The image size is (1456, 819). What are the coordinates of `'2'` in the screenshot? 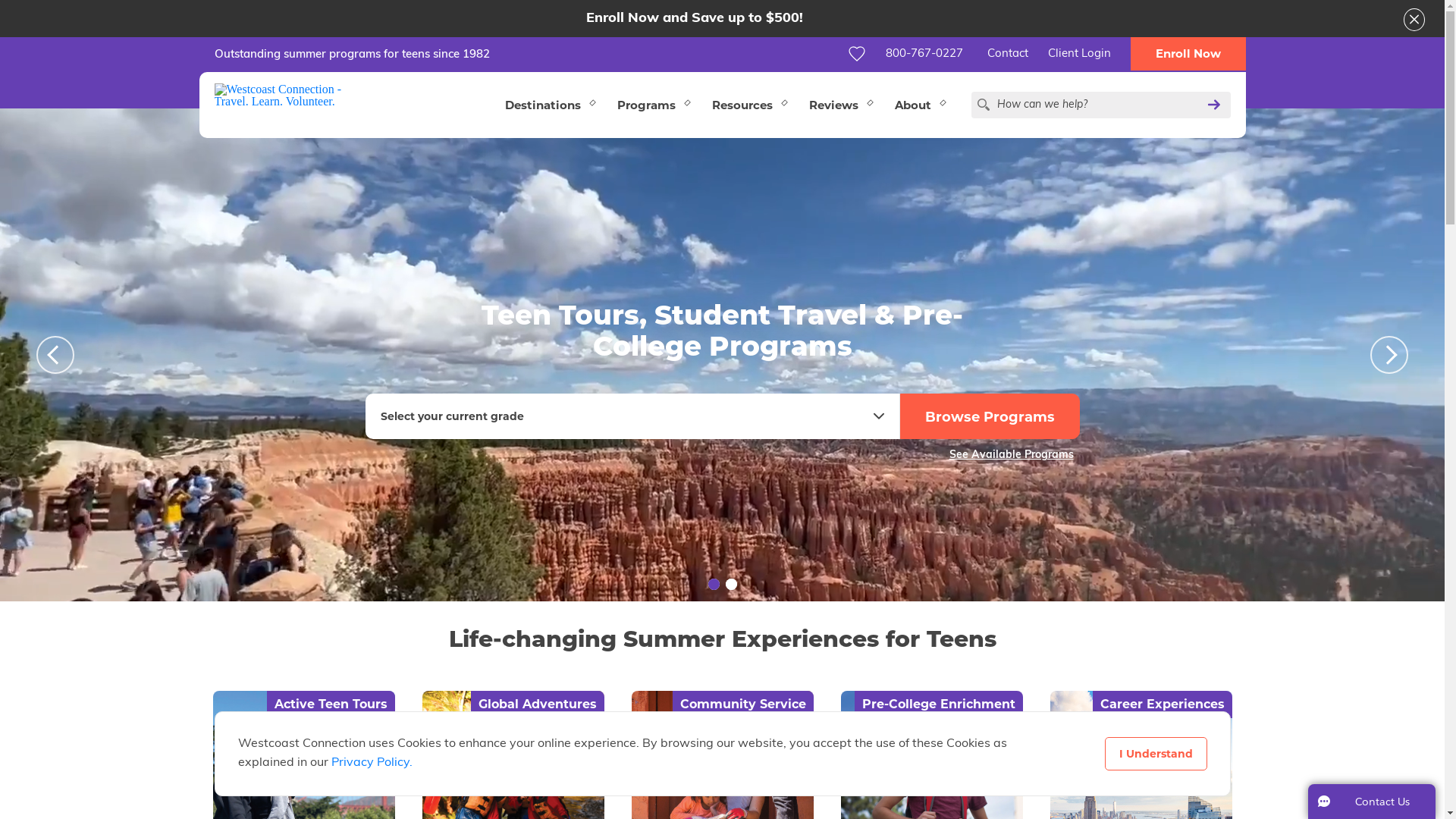 It's located at (723, 583).